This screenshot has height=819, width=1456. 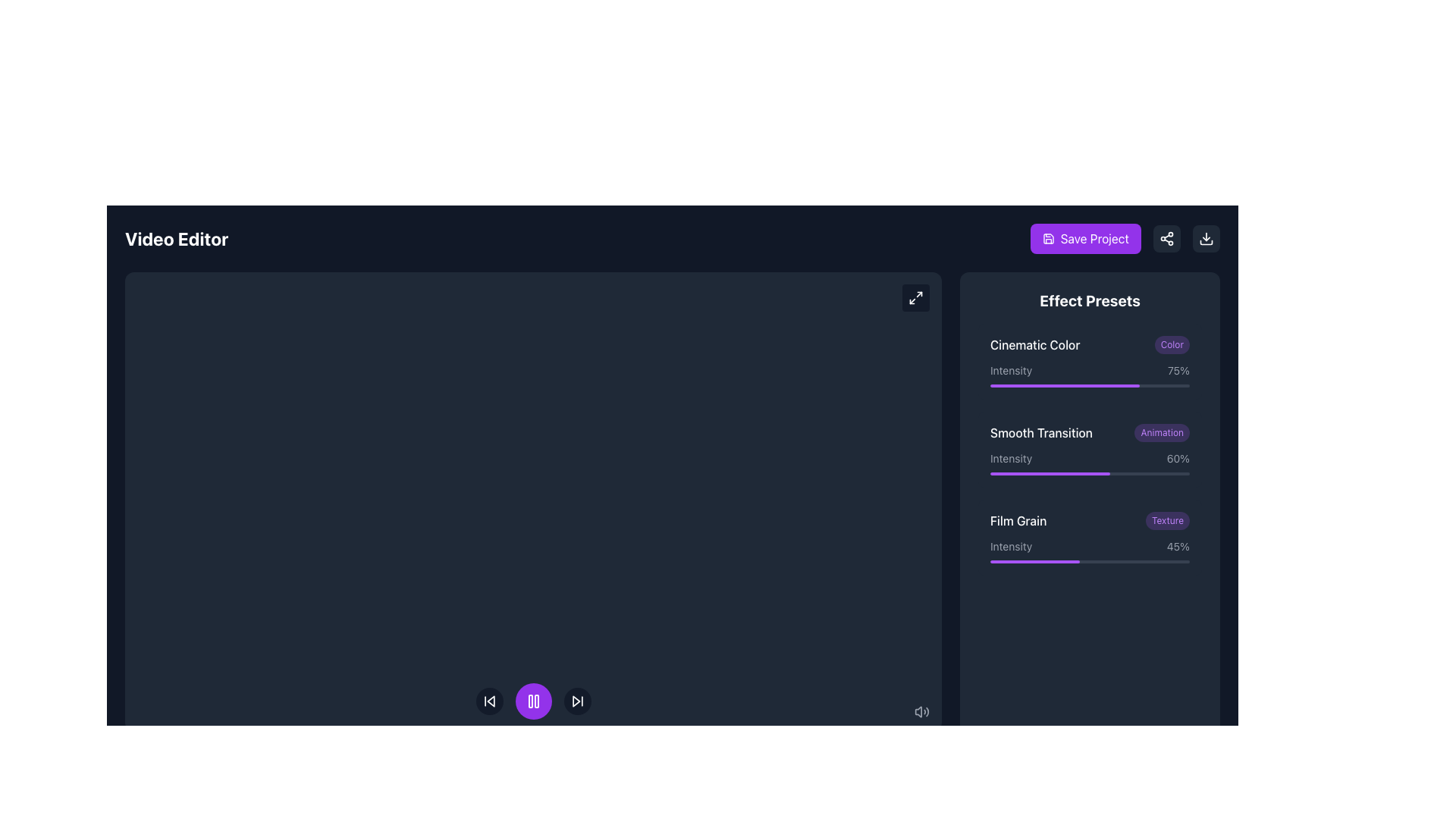 I want to click on the 'Intensity' text label, which describes the setting for the 'Cinematic Color' effect in the 'Effect Presets' section, so click(x=1011, y=371).